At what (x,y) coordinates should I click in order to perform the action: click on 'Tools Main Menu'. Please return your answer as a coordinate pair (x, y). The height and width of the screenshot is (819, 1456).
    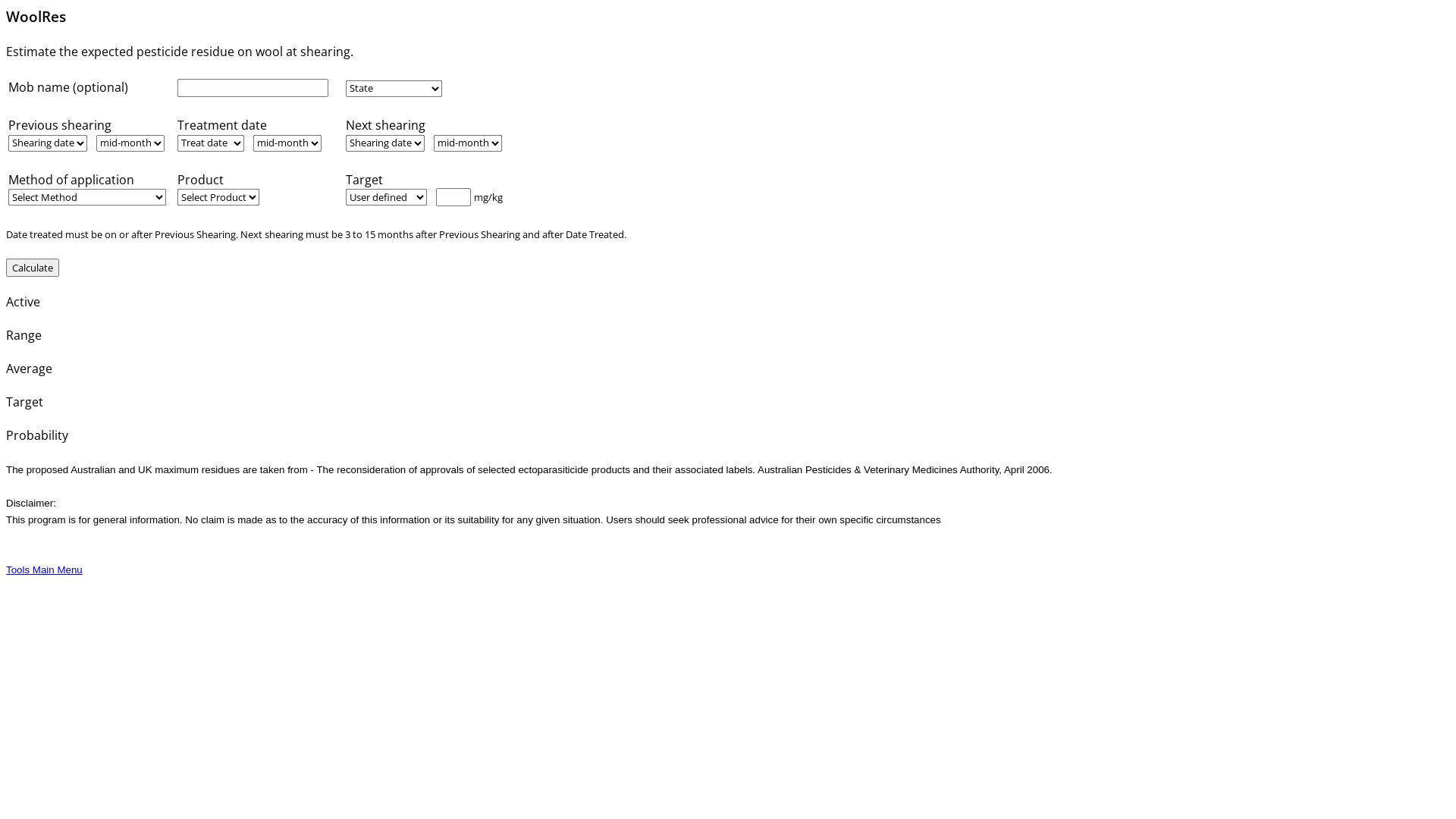
    Looking at the image, I should click on (44, 570).